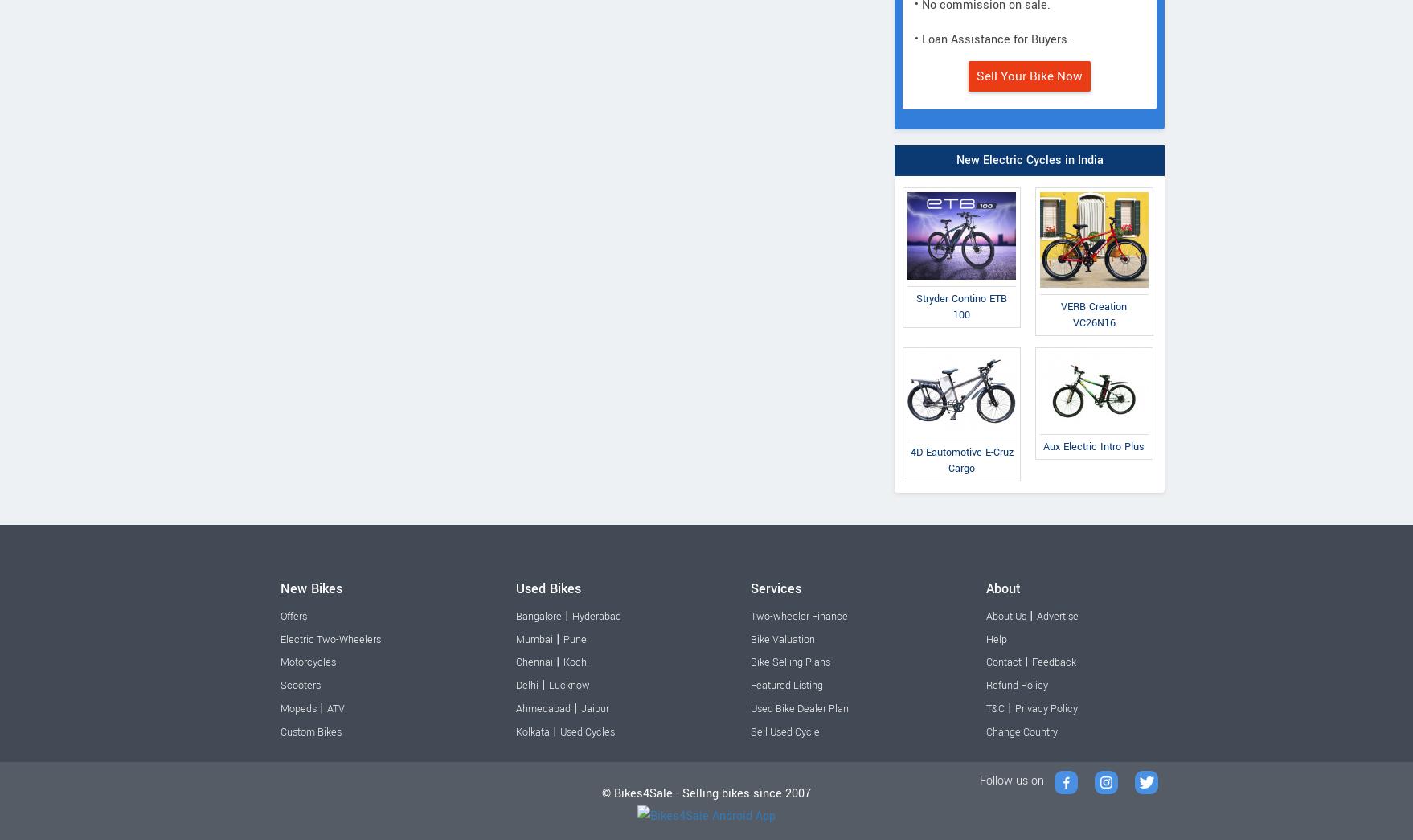  What do you see at coordinates (568, 685) in the screenshot?
I see `'Lucknow'` at bounding box center [568, 685].